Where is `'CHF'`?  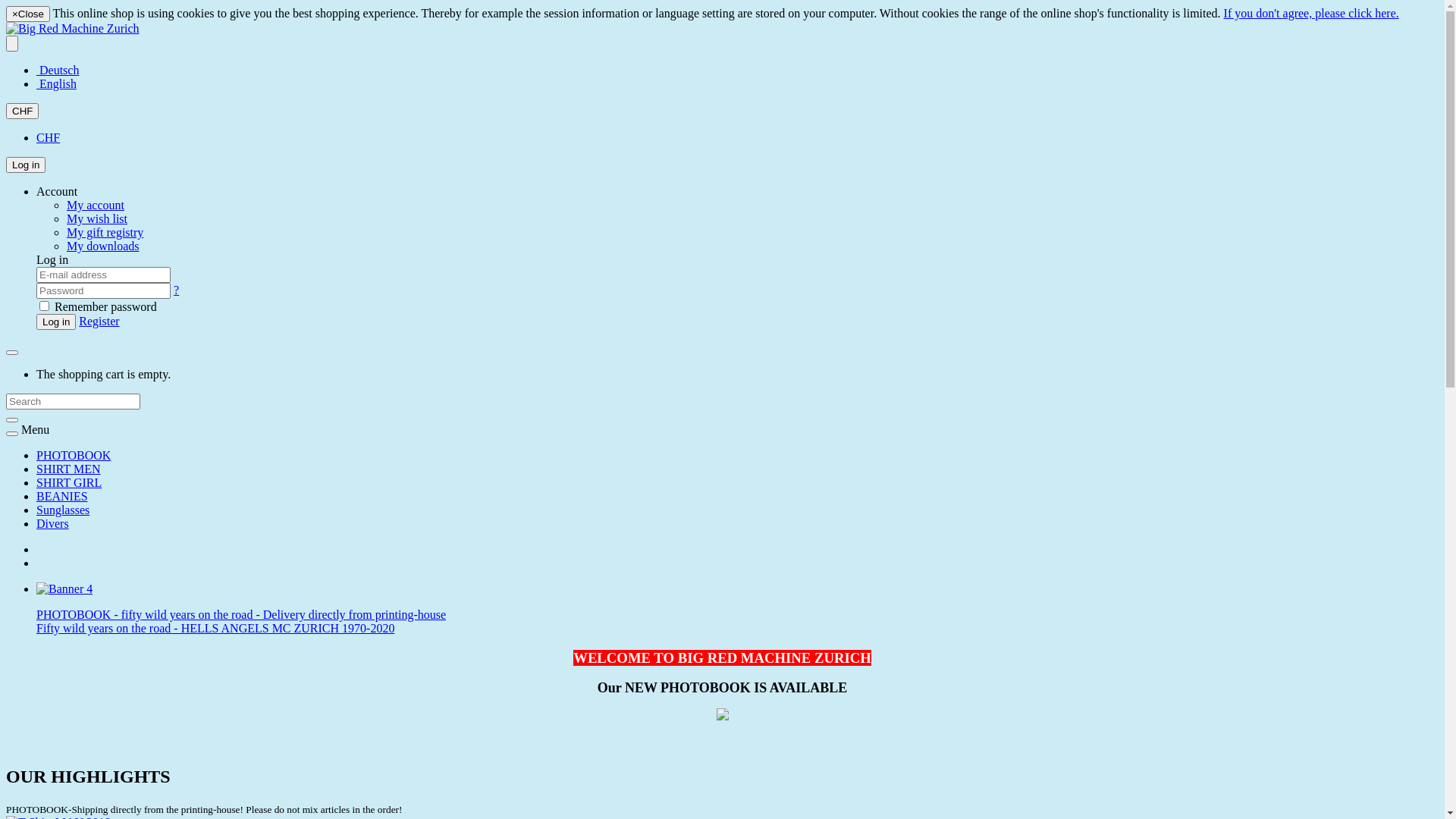
'CHF' is located at coordinates (22, 110).